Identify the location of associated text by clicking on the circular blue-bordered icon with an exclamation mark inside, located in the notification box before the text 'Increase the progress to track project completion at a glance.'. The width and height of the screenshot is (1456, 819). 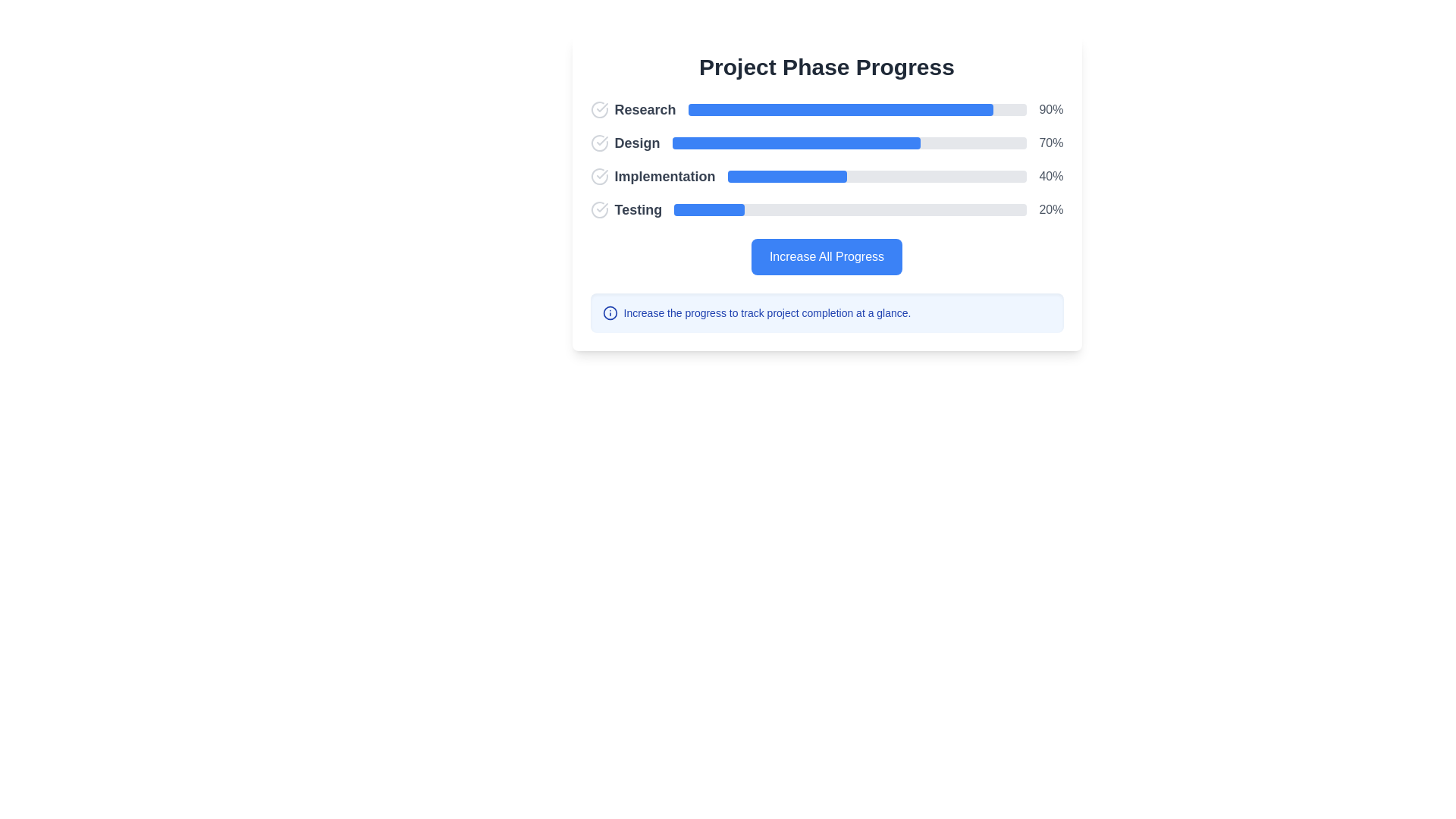
(610, 312).